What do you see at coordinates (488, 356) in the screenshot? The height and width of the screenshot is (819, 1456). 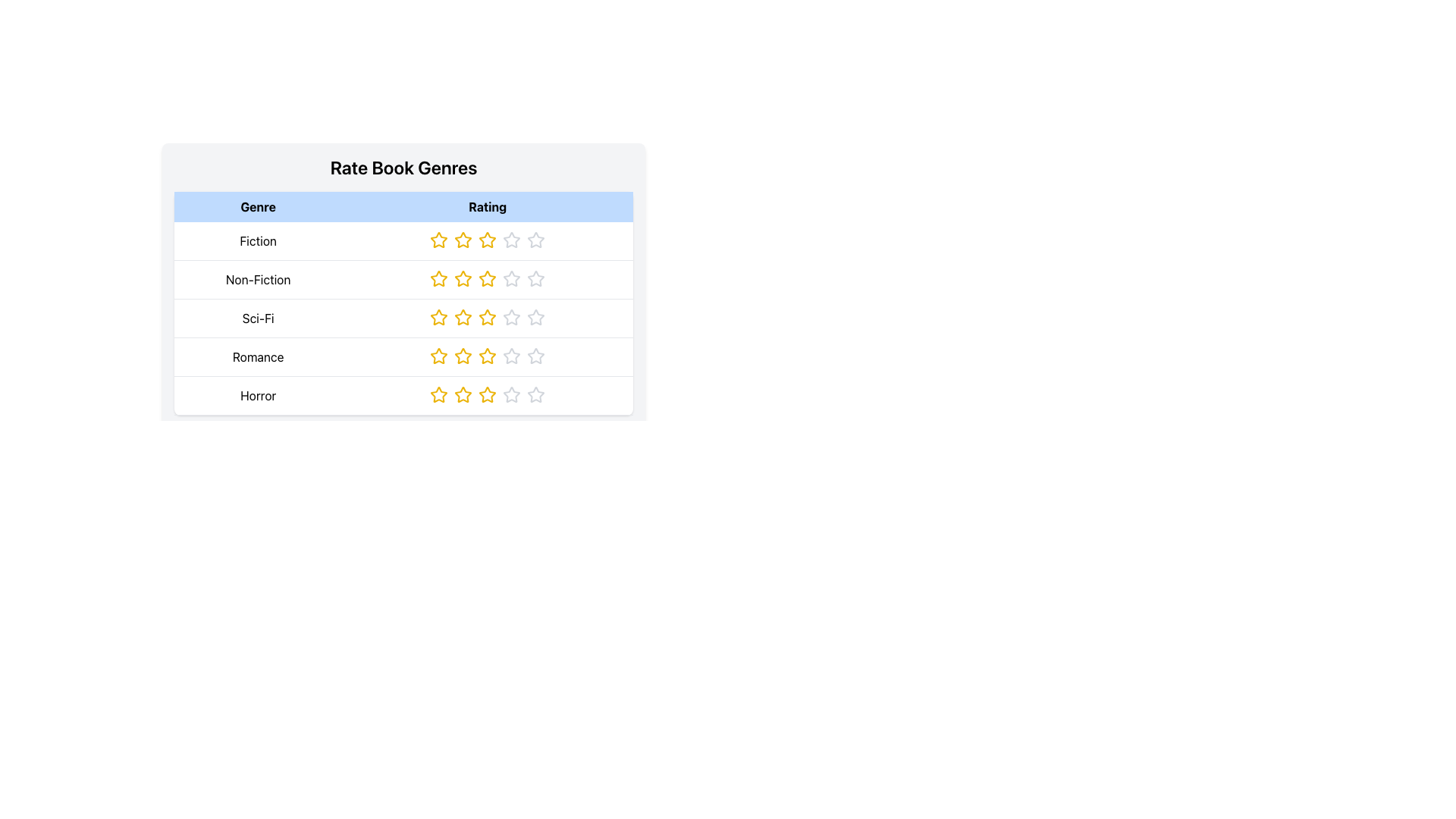 I see `the fourth star in the 'Rating' column of the 'Romance' row` at bounding box center [488, 356].